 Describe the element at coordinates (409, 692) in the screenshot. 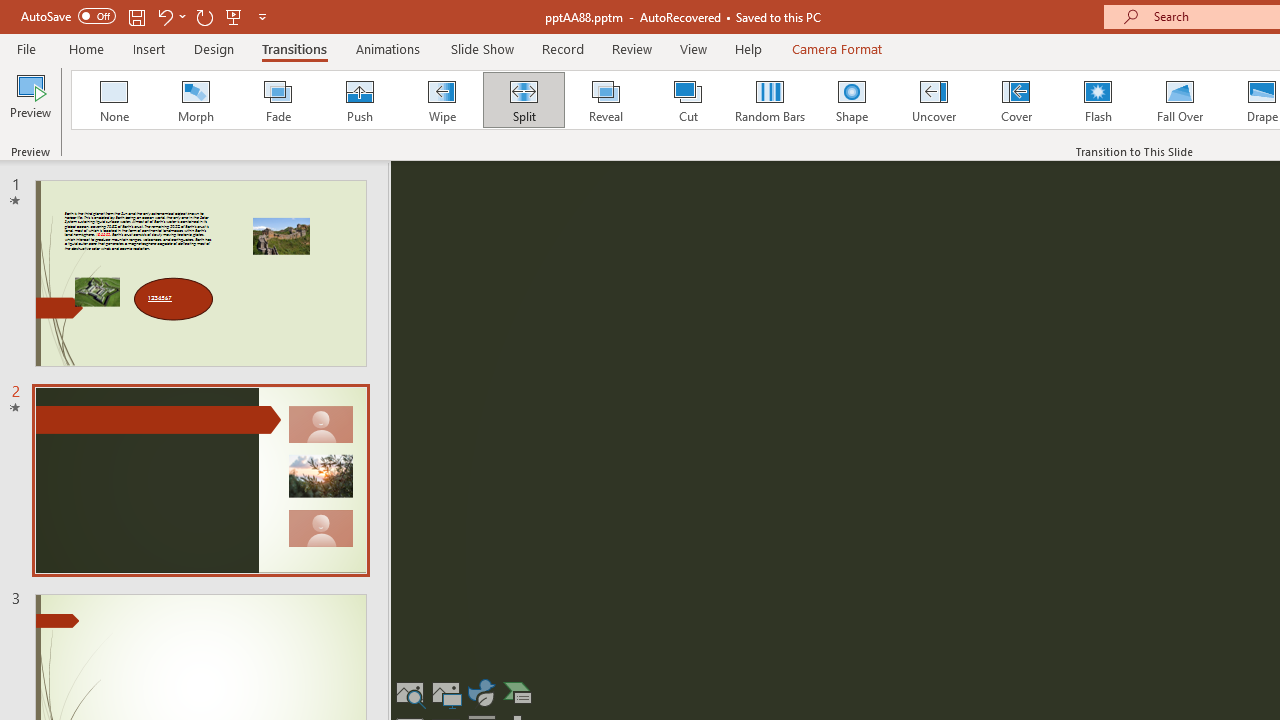

I see `'Stock Images'` at that location.